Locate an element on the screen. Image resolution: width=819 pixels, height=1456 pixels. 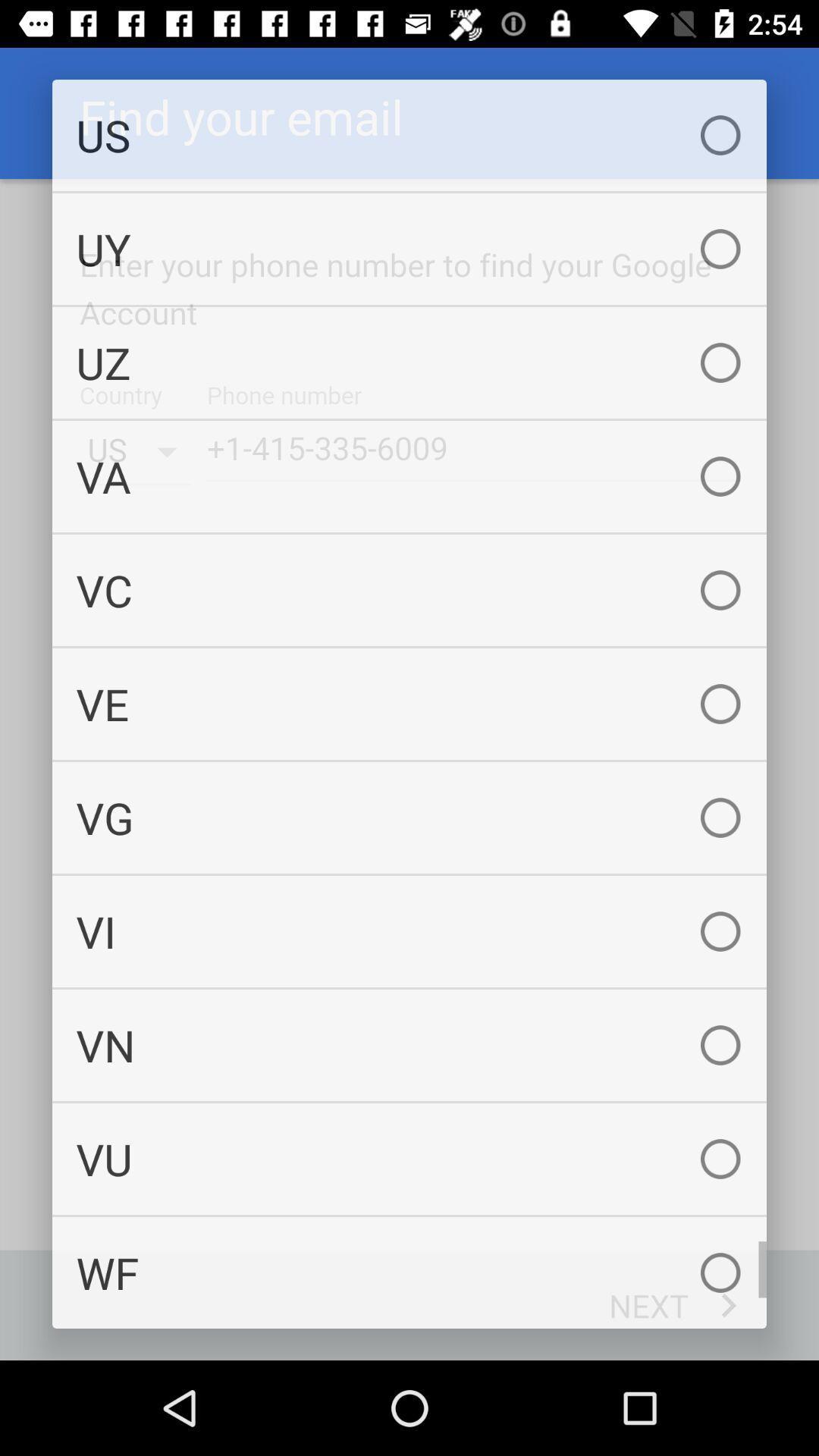
the ve icon is located at coordinates (409, 703).